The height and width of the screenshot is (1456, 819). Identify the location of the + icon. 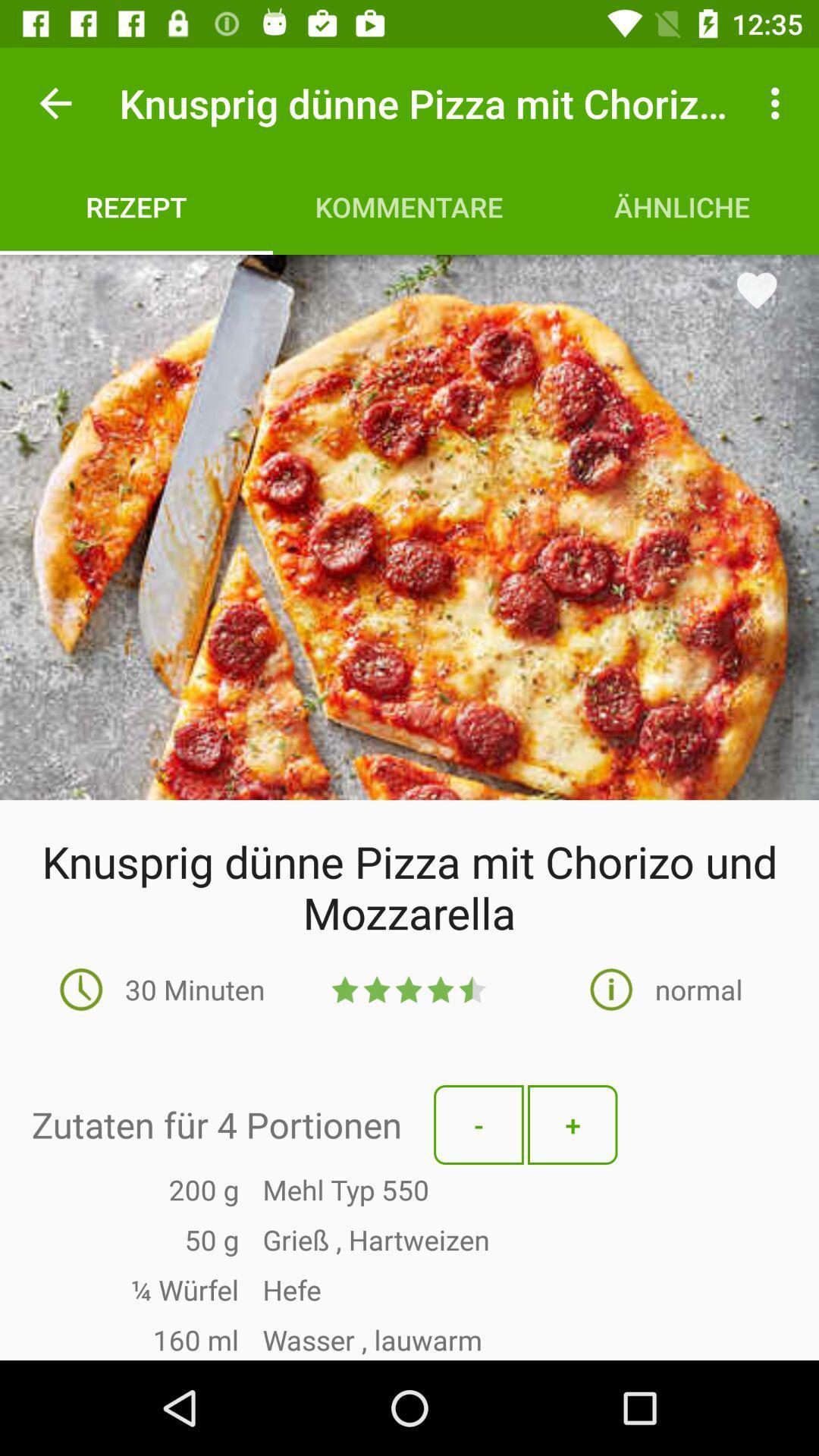
(573, 1125).